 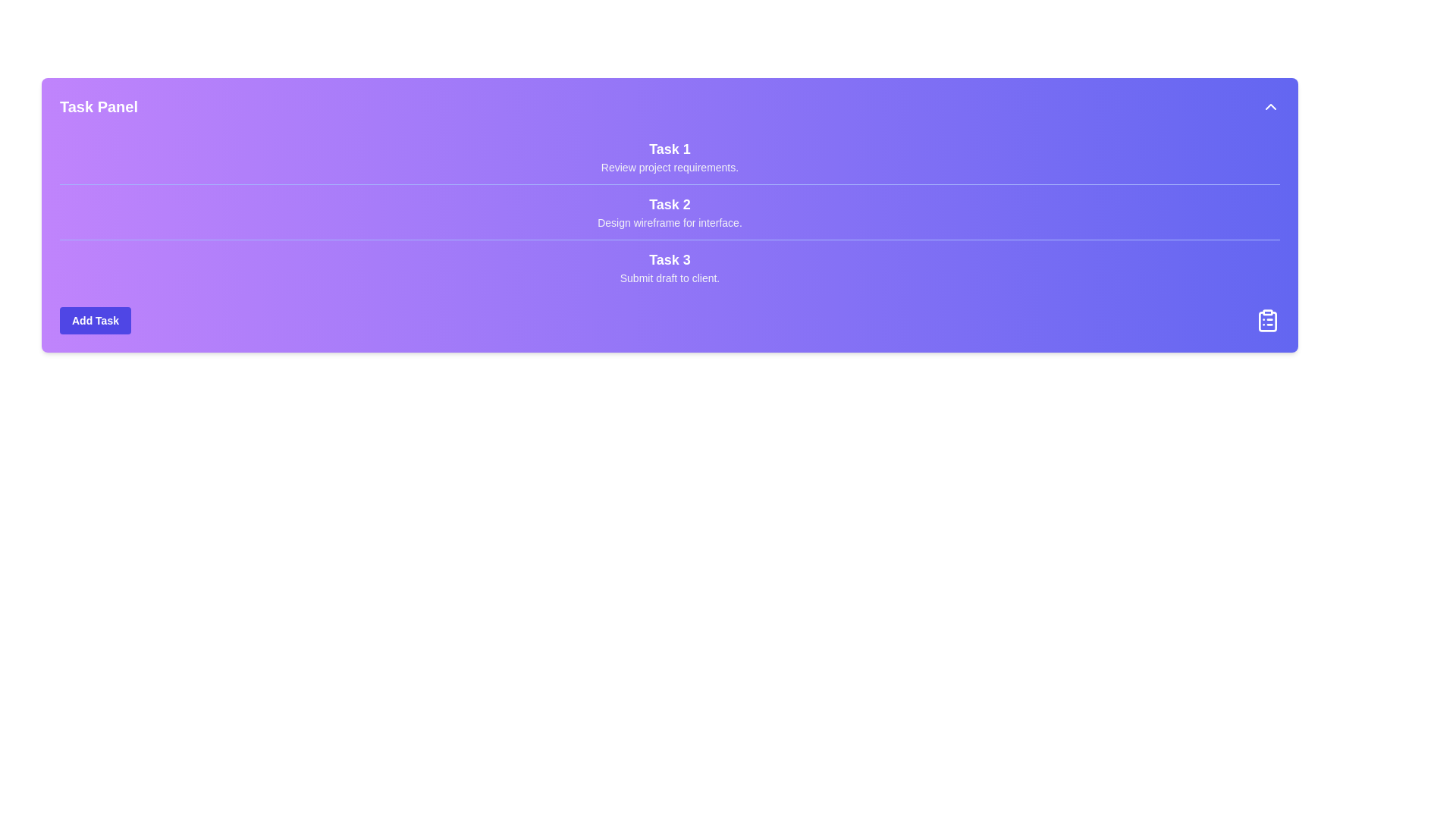 I want to click on the first task item in the Task Panel, so click(x=669, y=157).